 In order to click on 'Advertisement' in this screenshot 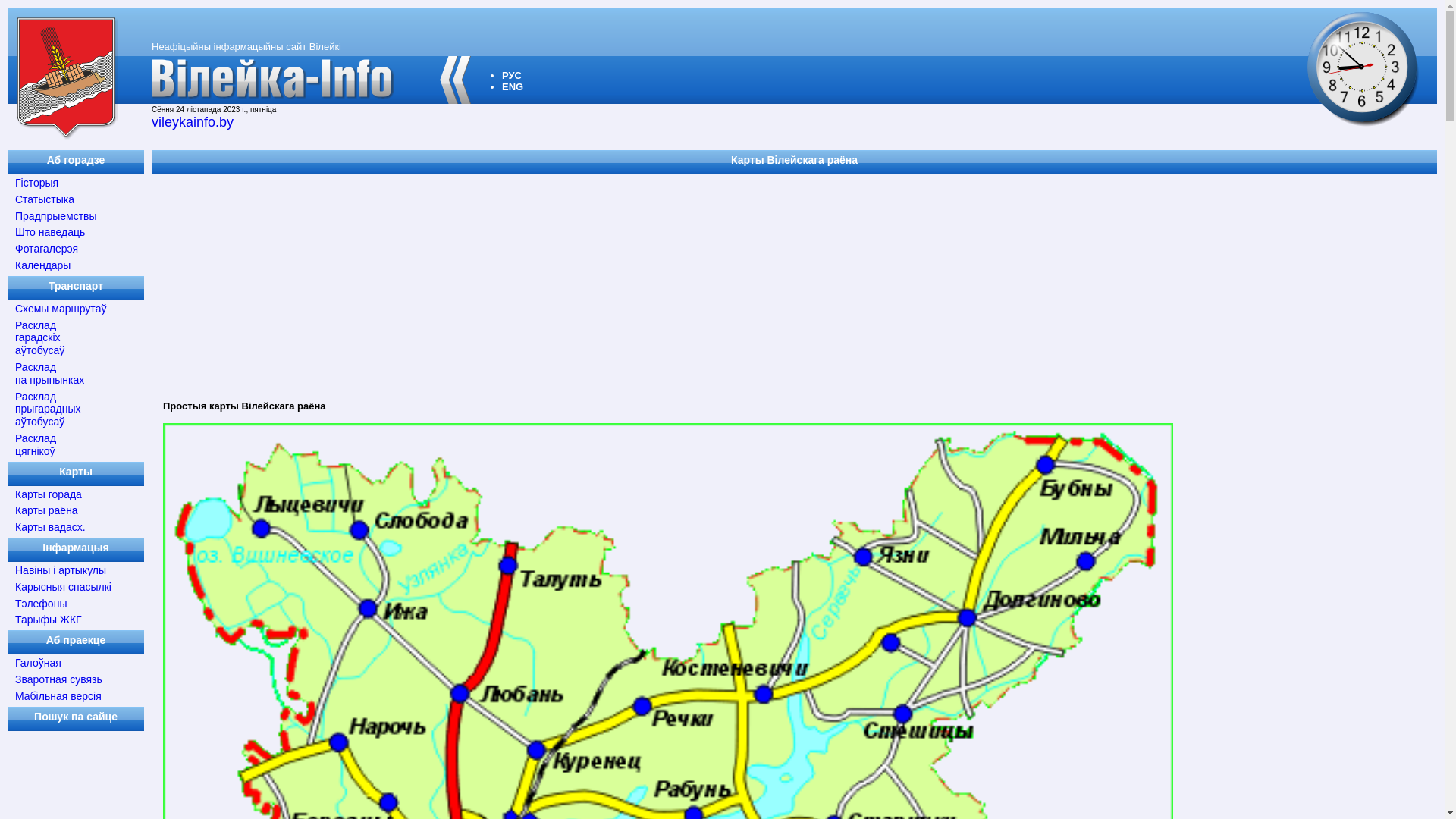, I will do `click(607, 283)`.